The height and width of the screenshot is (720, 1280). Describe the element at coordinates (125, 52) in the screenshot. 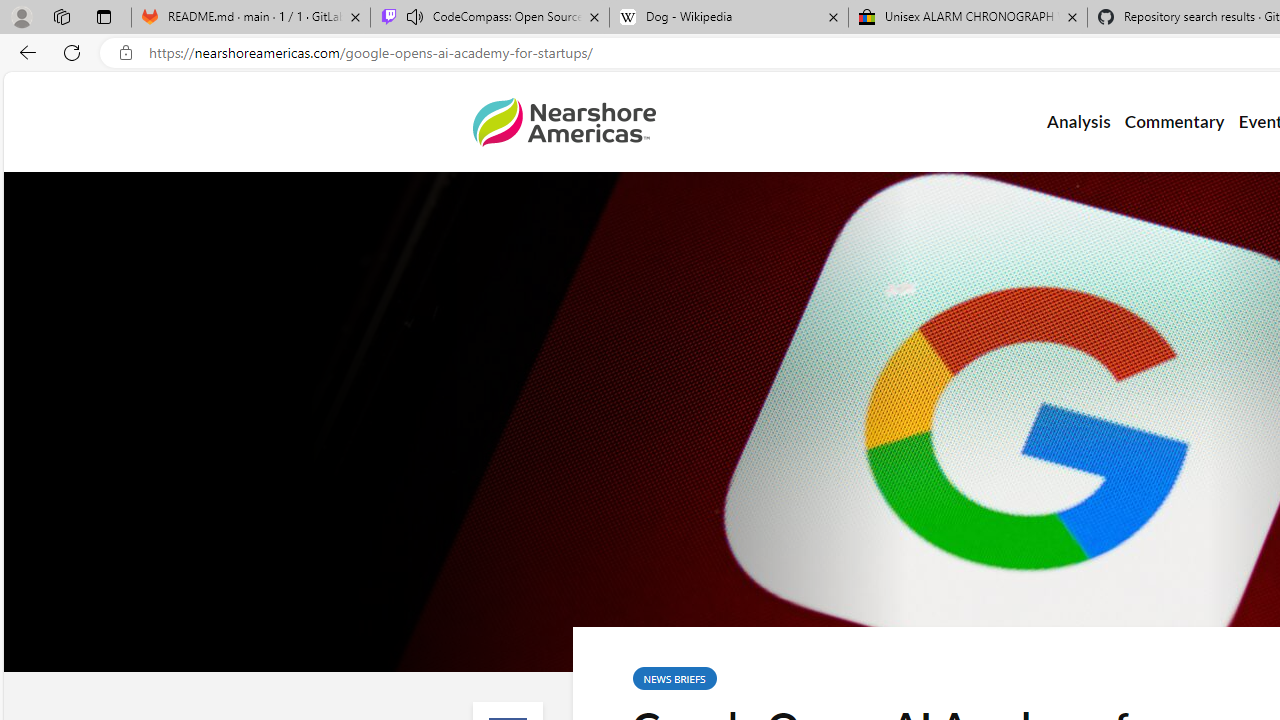

I see `'View site information'` at that location.